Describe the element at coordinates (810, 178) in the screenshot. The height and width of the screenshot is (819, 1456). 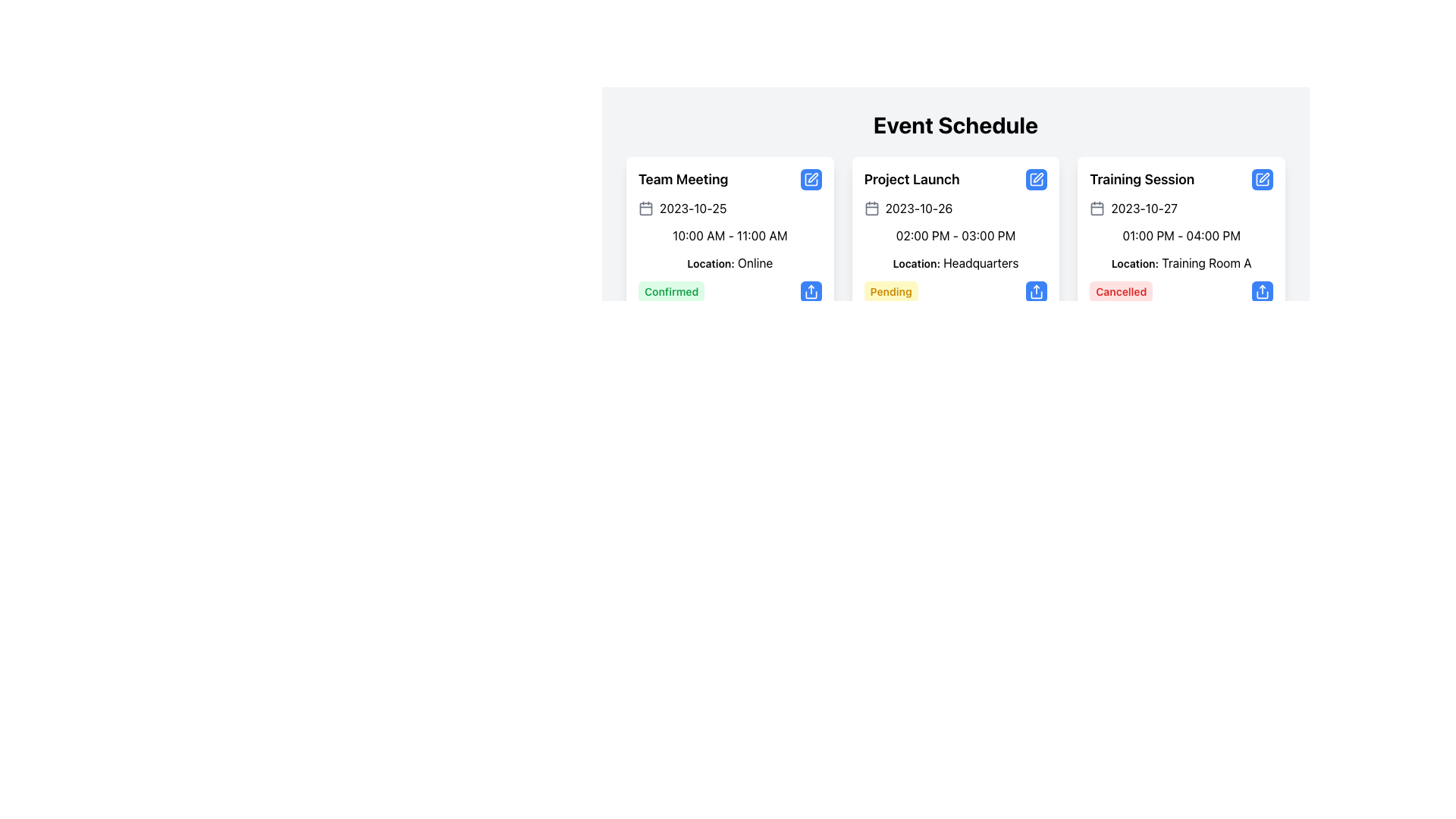
I see `the square-shaped icon with a blue outline and a pen symbol located at the top right of the 'Team Meeting' card for editing functionality` at that location.